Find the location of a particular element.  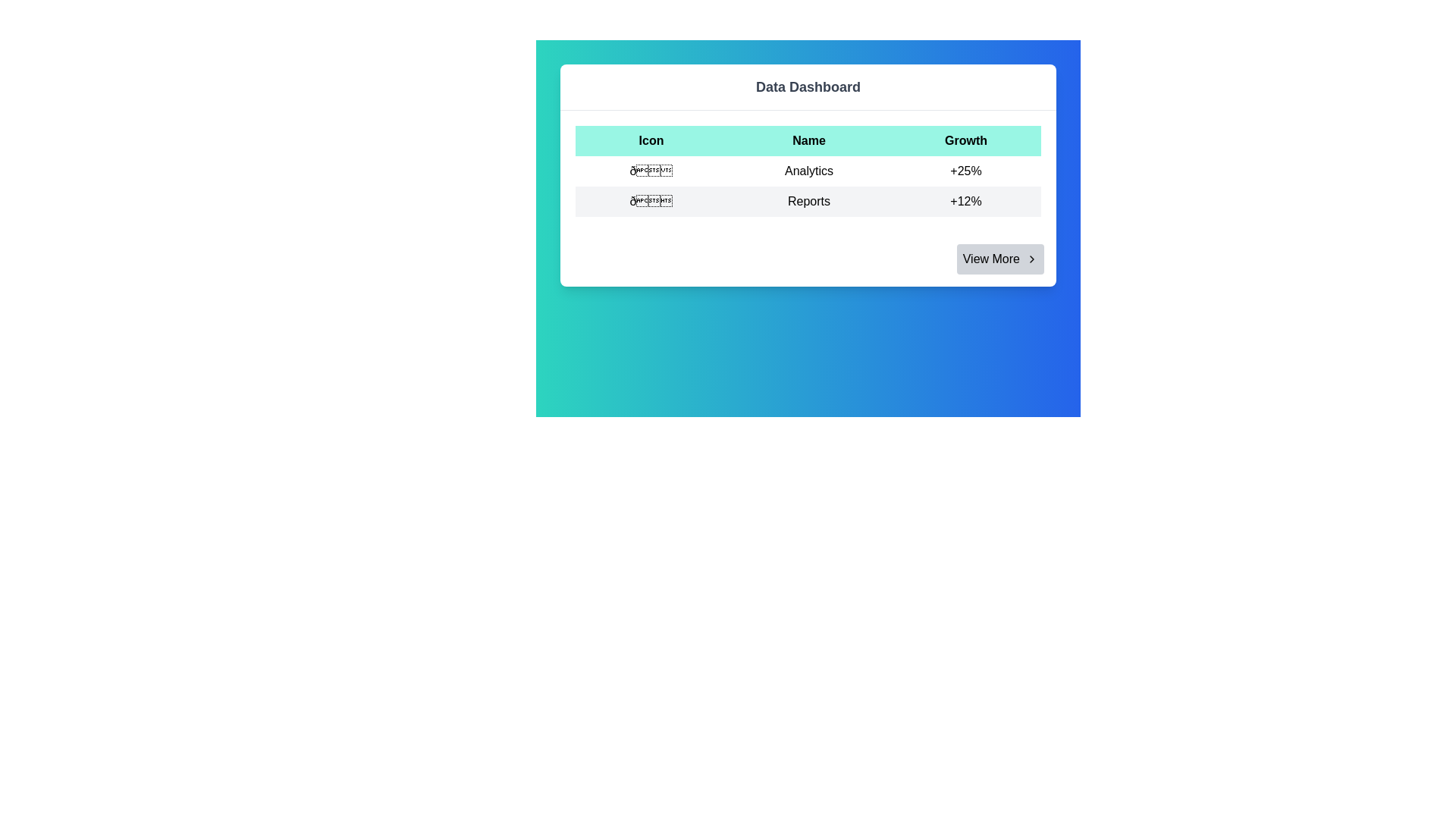

the Label displaying '+25%' in bold black font, located in the second row of the table under the 'Growth' column next to the 'Analytics' entry in the 'Name' column is located at coordinates (965, 171).